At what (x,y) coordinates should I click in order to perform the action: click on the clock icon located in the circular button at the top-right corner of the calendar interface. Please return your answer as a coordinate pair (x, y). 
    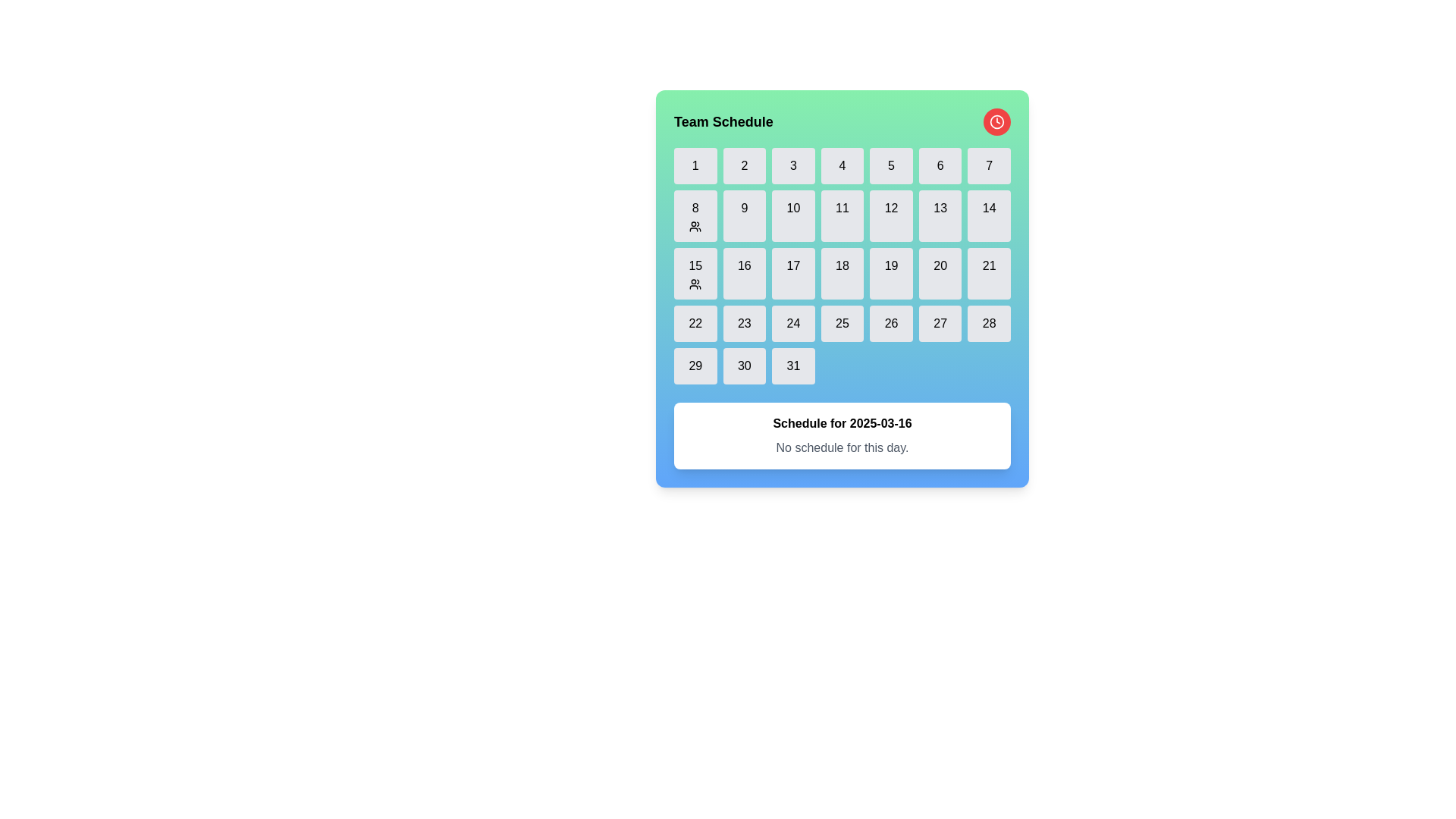
    Looking at the image, I should click on (997, 121).